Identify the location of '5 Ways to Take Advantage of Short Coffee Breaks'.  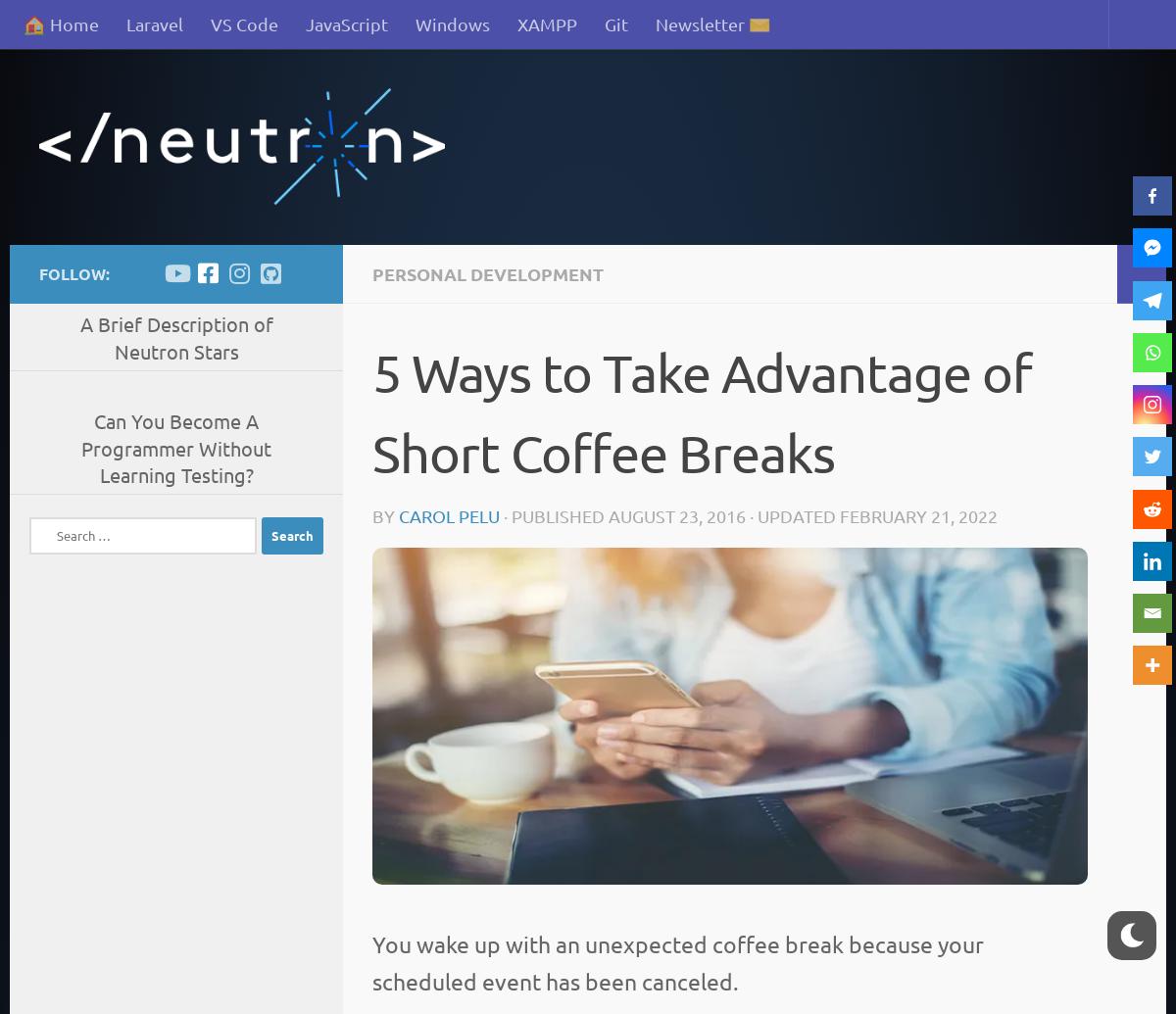
(702, 411).